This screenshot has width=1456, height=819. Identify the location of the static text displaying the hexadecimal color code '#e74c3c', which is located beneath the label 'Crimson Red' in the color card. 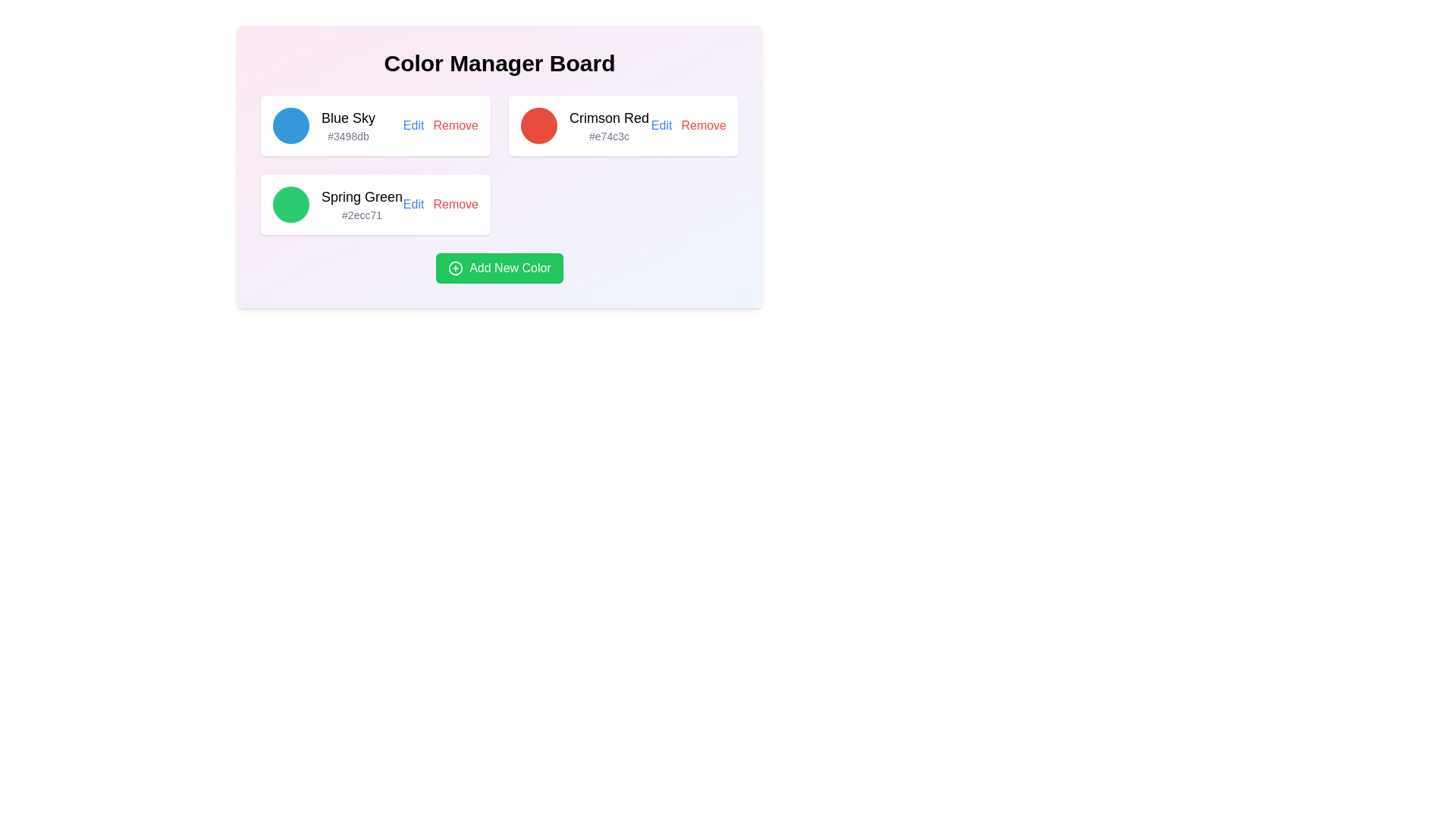
(609, 136).